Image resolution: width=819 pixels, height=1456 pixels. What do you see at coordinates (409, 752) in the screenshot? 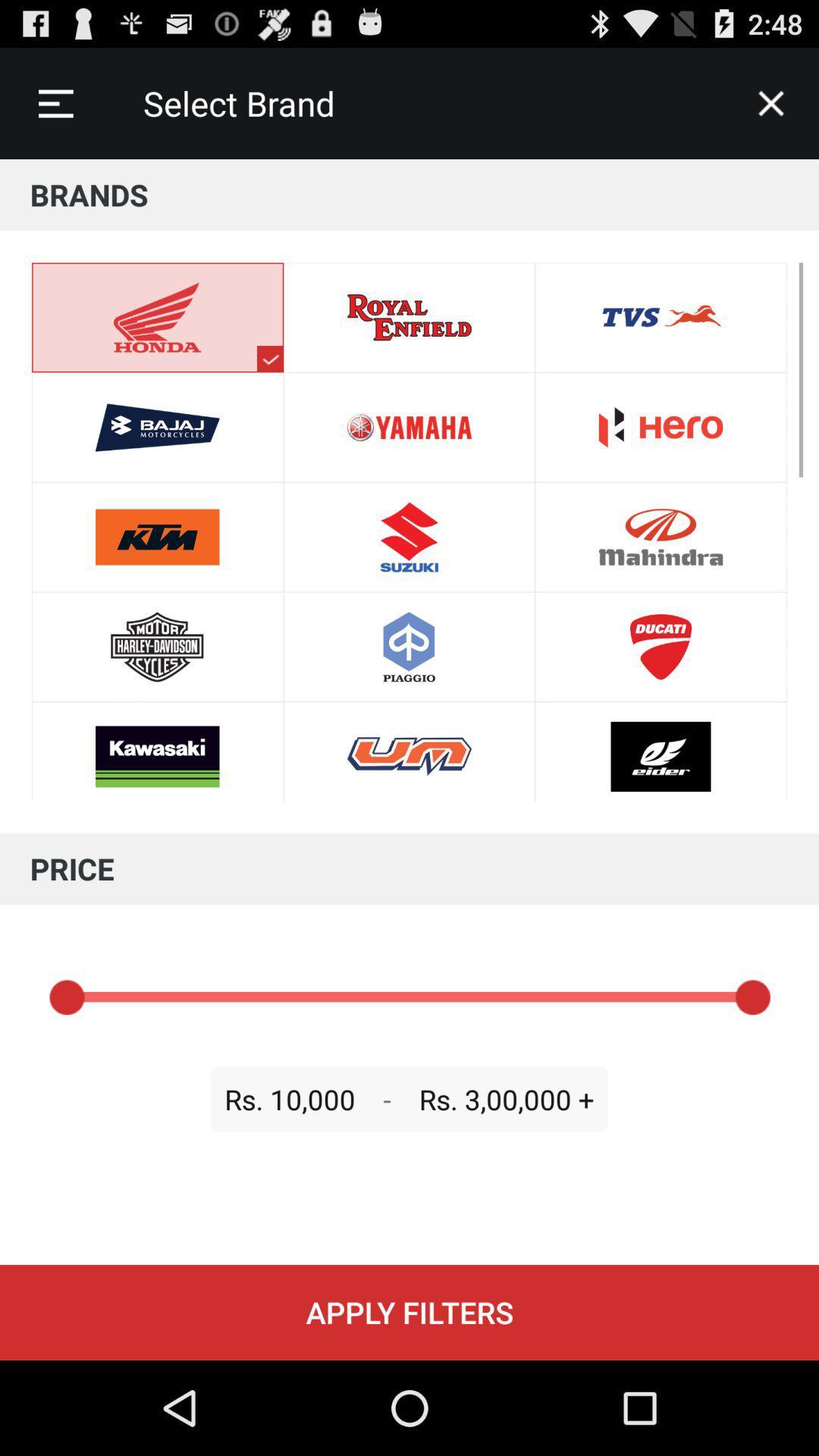
I see `the logo beside kawasaki icon` at bounding box center [409, 752].